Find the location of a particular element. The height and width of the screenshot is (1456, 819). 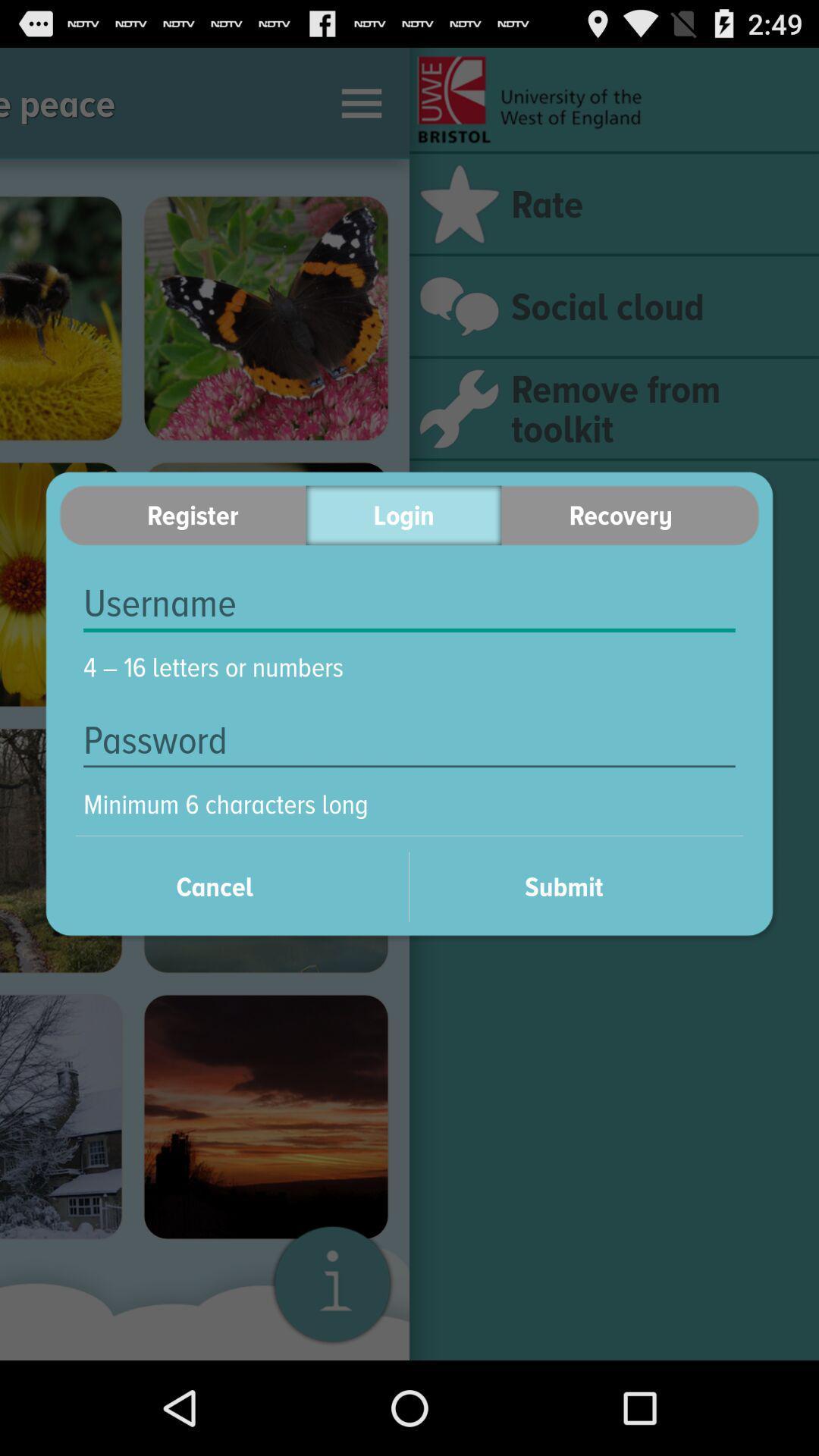

the icon below the register item is located at coordinates (409, 603).